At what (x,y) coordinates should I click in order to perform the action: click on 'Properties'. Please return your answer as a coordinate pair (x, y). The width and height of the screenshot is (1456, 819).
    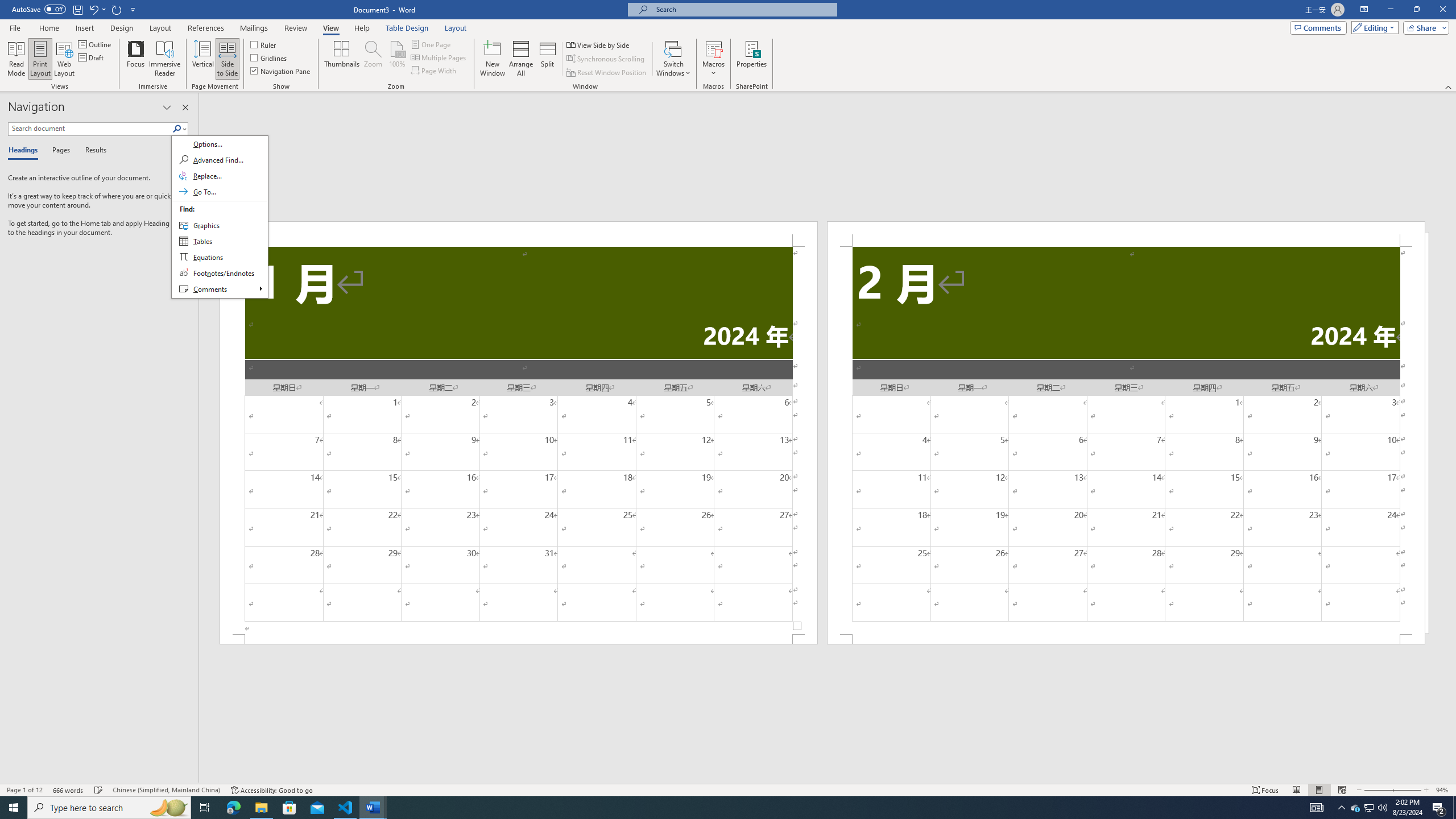
    Looking at the image, I should click on (751, 59).